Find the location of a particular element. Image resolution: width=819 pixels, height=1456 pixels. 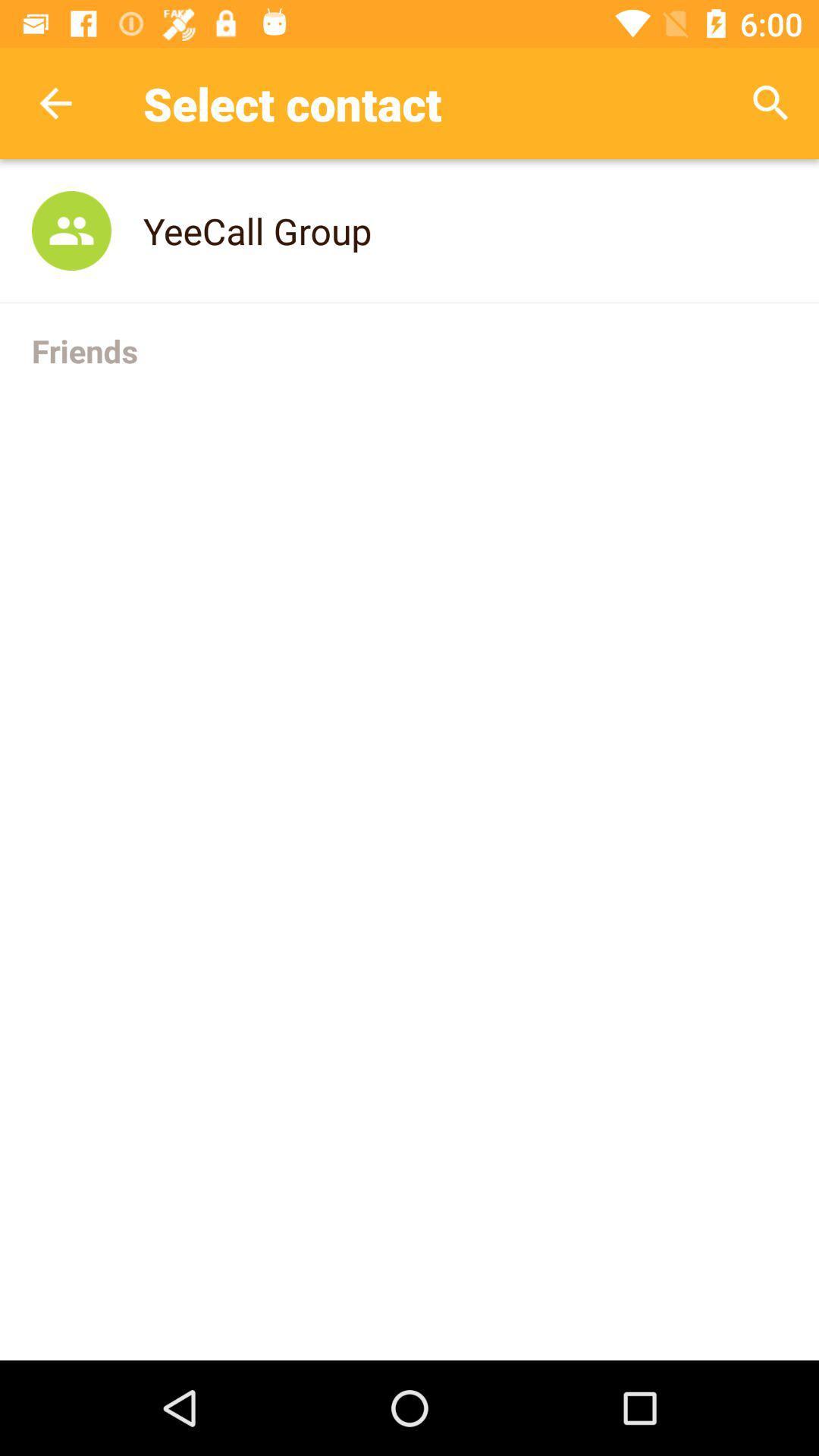

item at the top right corner is located at coordinates (771, 102).